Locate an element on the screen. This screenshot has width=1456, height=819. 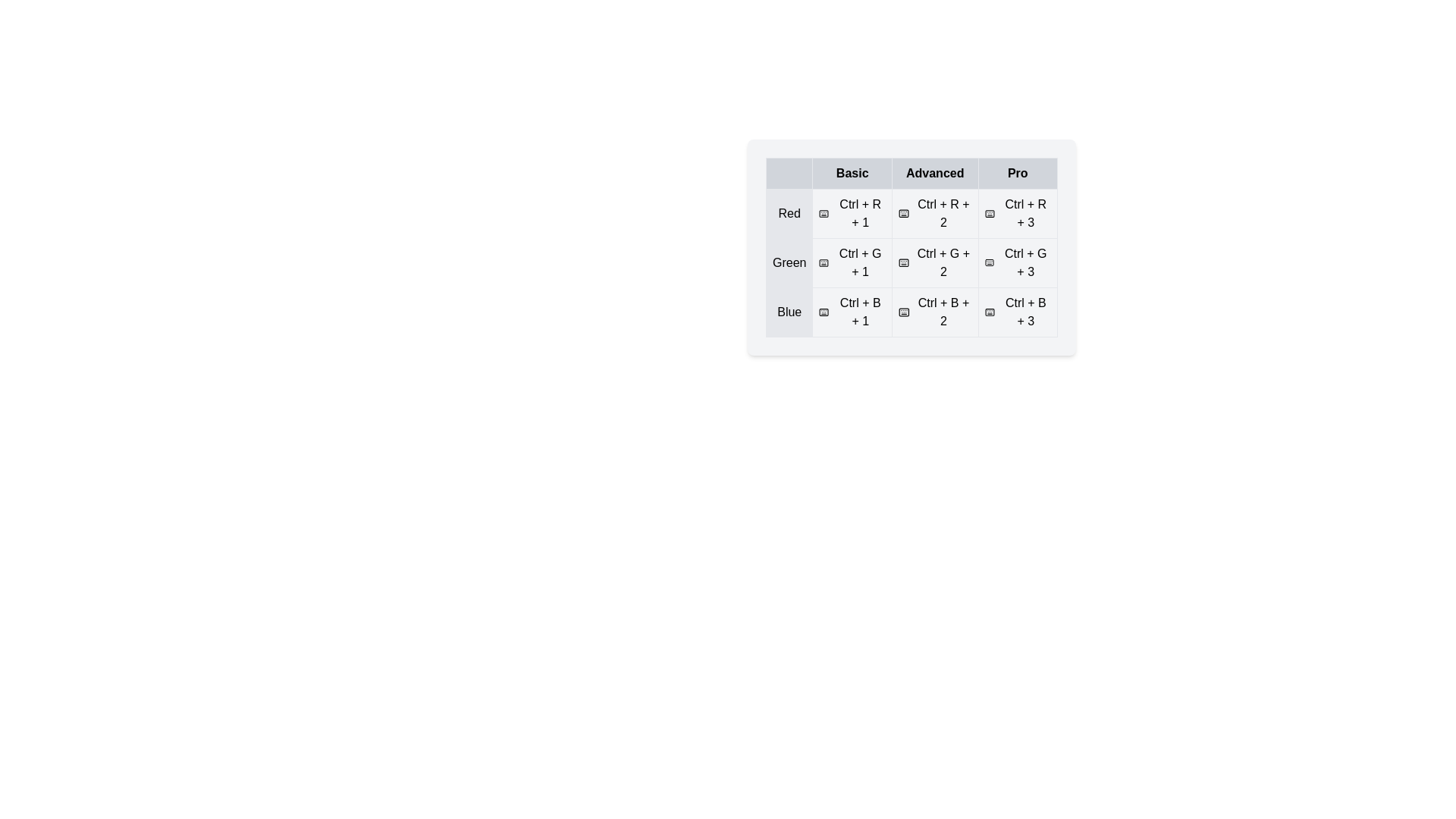
the Label element displaying 'Ctrl + G + 1' with a keyboard icon, located in the 'Green' row and 'Basic' column of the grid is located at coordinates (852, 262).